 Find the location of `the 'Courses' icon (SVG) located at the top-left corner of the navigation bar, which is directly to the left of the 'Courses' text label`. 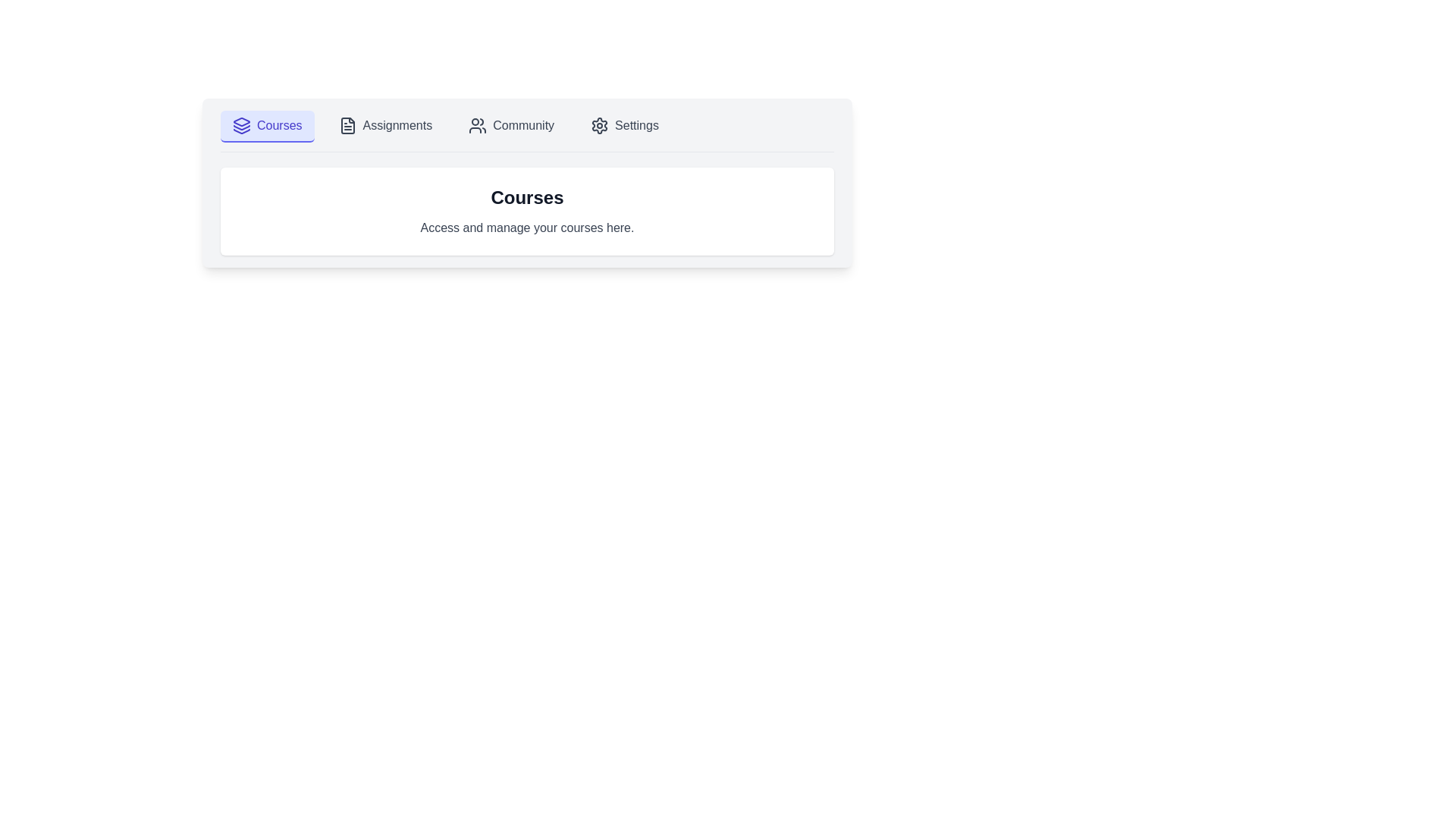

the 'Courses' icon (SVG) located at the top-left corner of the navigation bar, which is directly to the left of the 'Courses' text label is located at coordinates (240, 124).